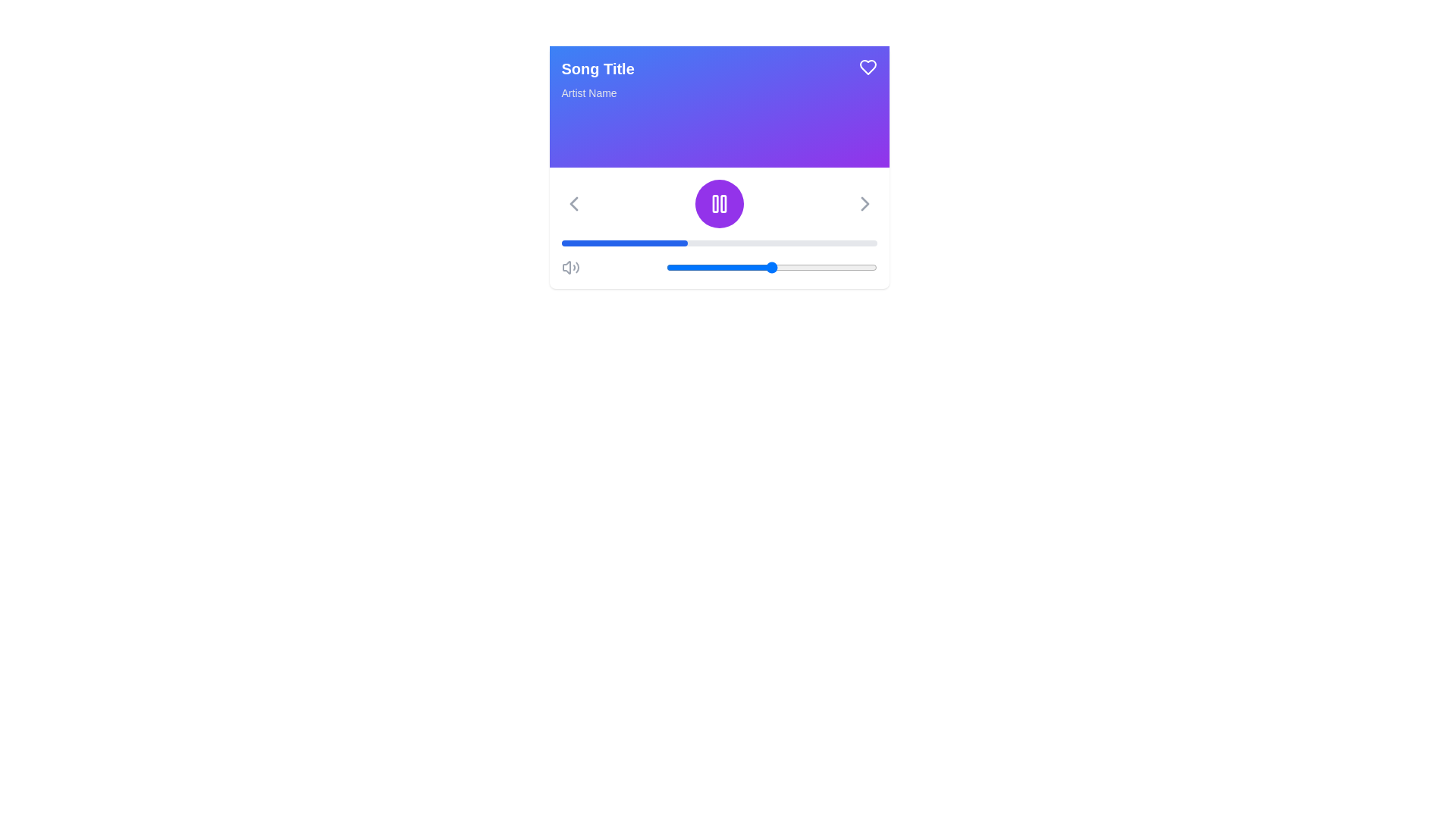  I want to click on the speaker icon, which is a light gray truncated triangle with a rounded edge, located on the left side of the bottom control bar, so click(566, 267).